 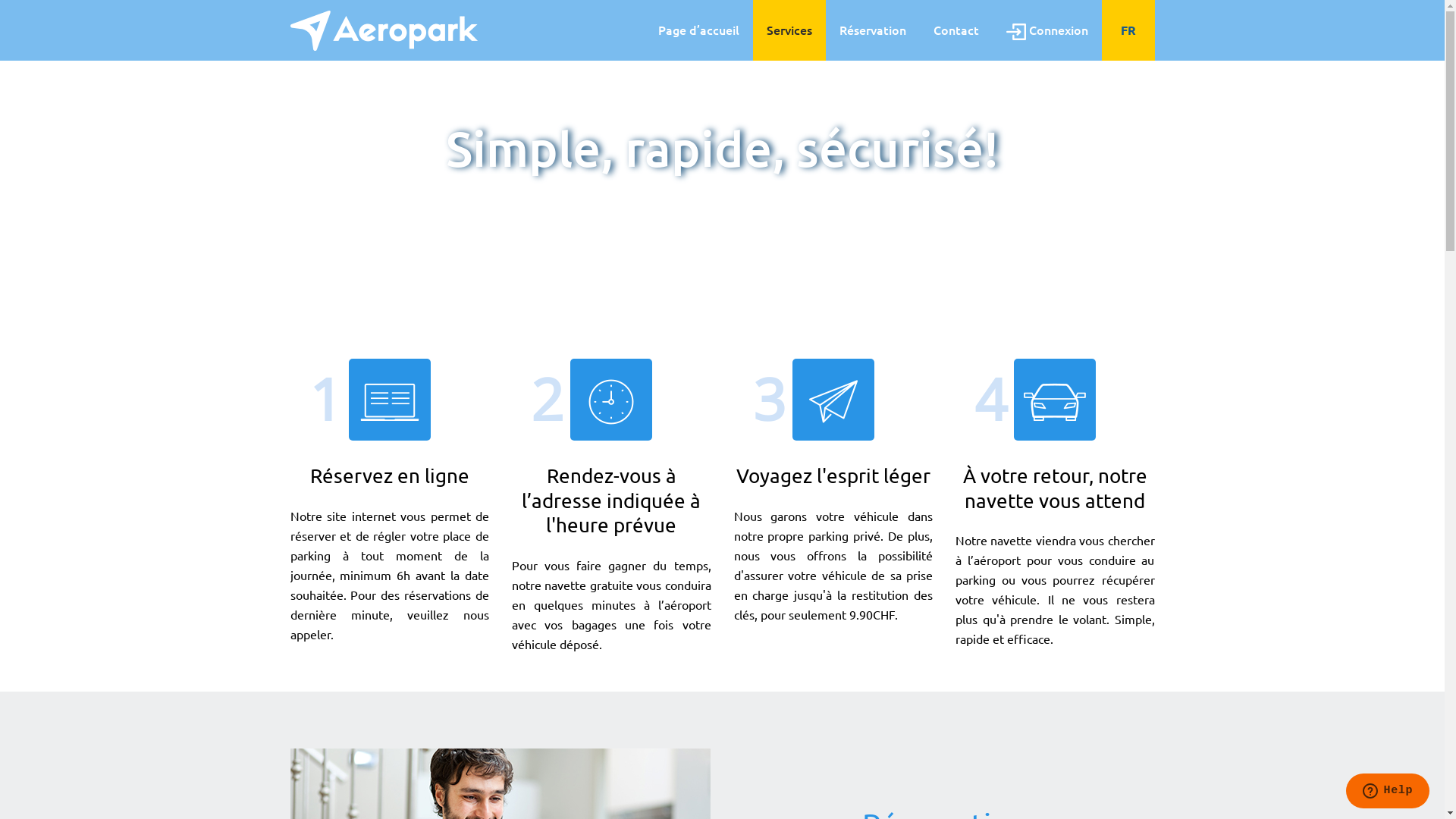 I want to click on 'Connexion', so click(x=1046, y=30).